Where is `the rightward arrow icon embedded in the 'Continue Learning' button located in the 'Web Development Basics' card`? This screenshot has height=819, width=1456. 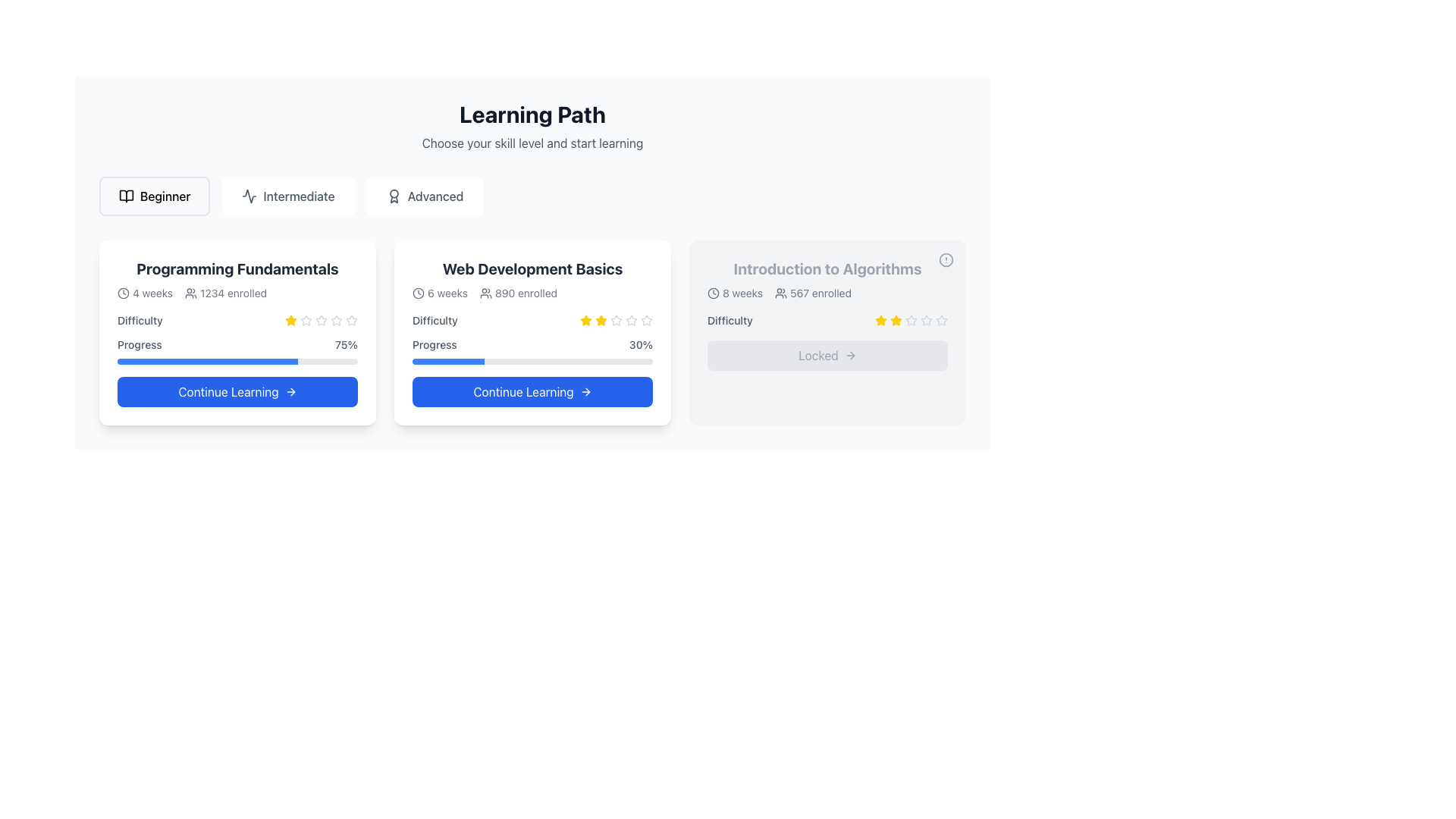 the rightward arrow icon embedded in the 'Continue Learning' button located in the 'Web Development Basics' card is located at coordinates (586, 391).